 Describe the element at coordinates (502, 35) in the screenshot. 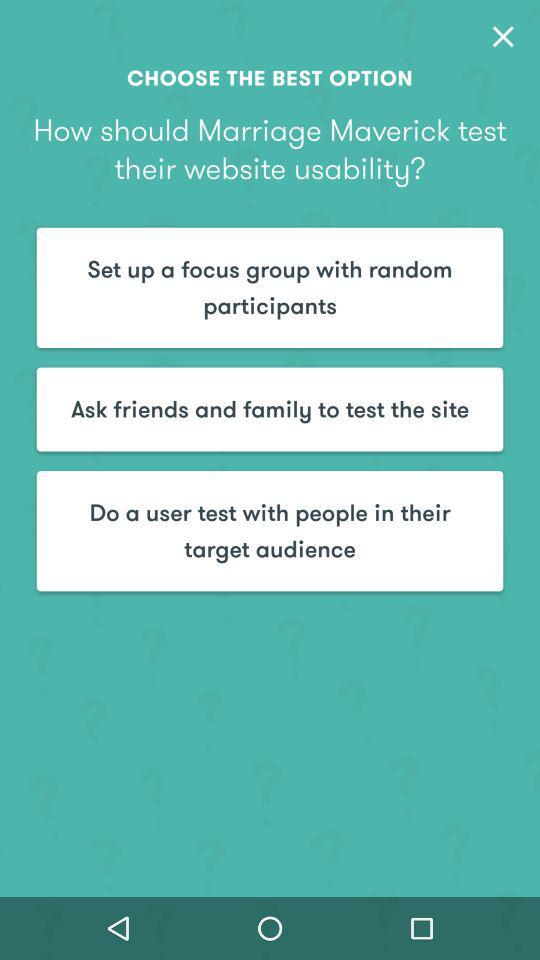

I see `item above how should marriage item` at that location.